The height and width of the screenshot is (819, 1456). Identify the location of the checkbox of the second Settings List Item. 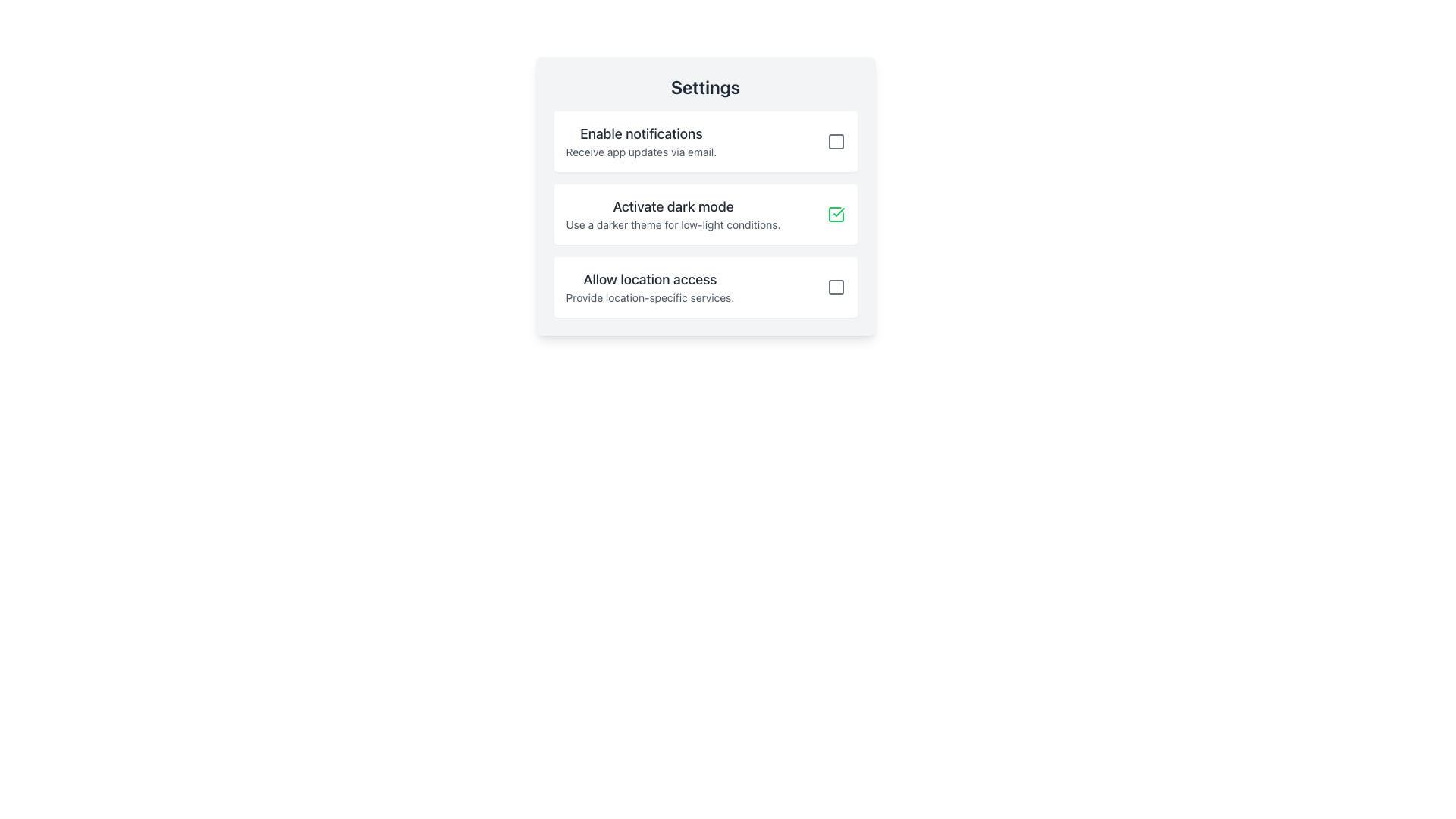
(704, 214).